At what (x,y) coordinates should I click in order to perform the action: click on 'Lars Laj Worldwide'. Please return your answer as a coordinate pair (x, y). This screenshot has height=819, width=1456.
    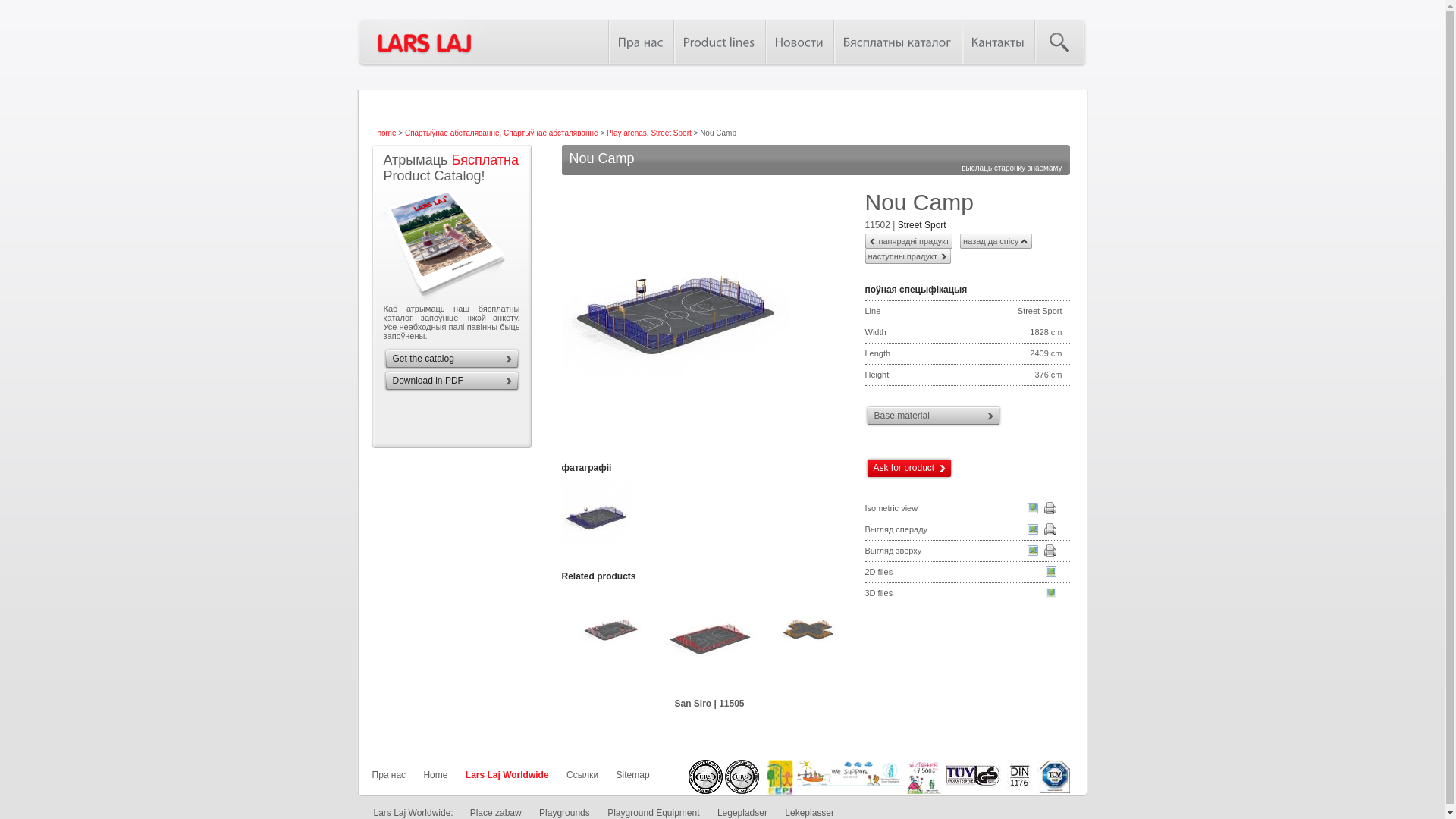
    Looking at the image, I should click on (507, 775).